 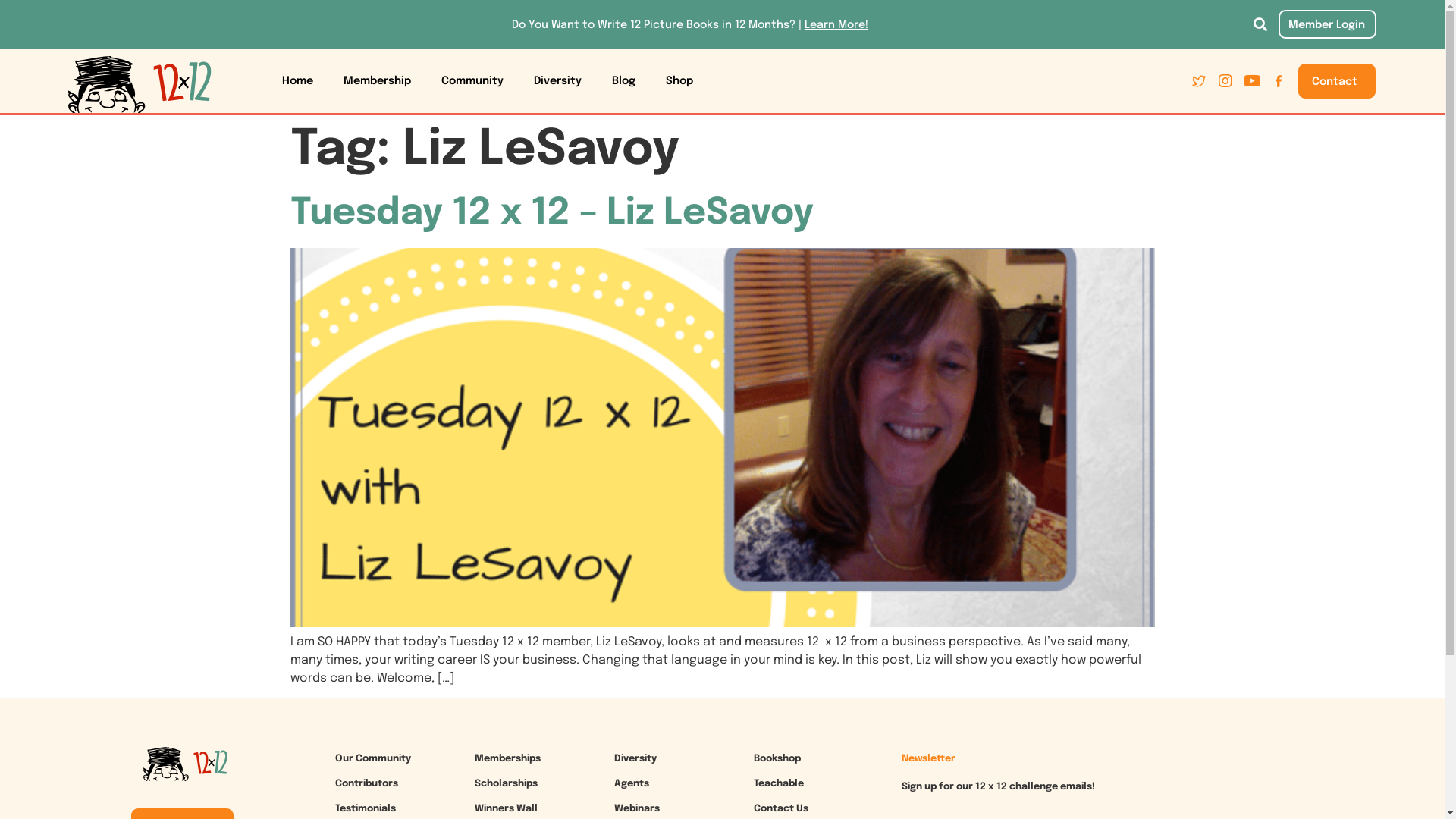 I want to click on 'Bookshop', so click(x=753, y=758).